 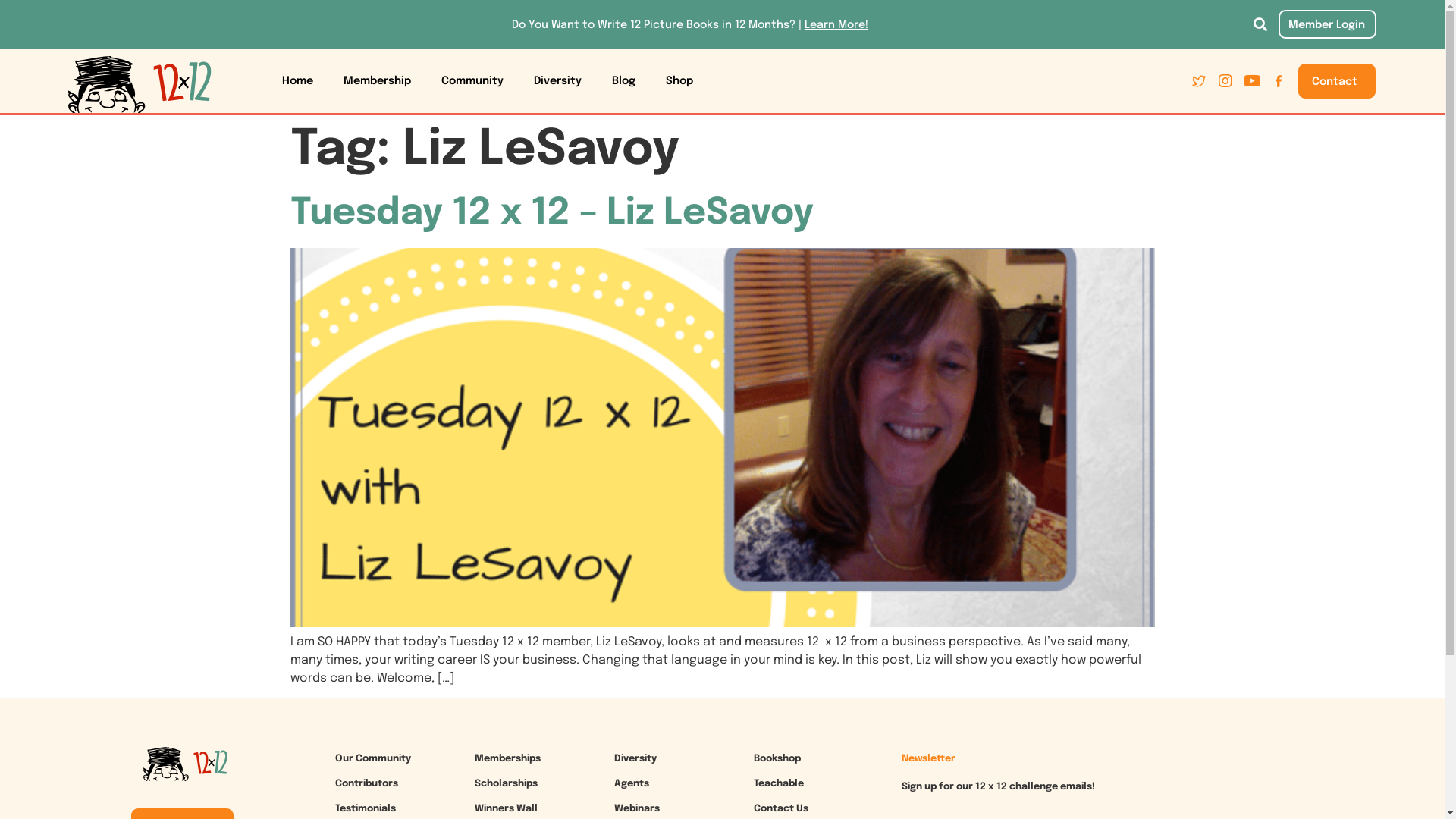 I want to click on 'Bookshop', so click(x=753, y=758).